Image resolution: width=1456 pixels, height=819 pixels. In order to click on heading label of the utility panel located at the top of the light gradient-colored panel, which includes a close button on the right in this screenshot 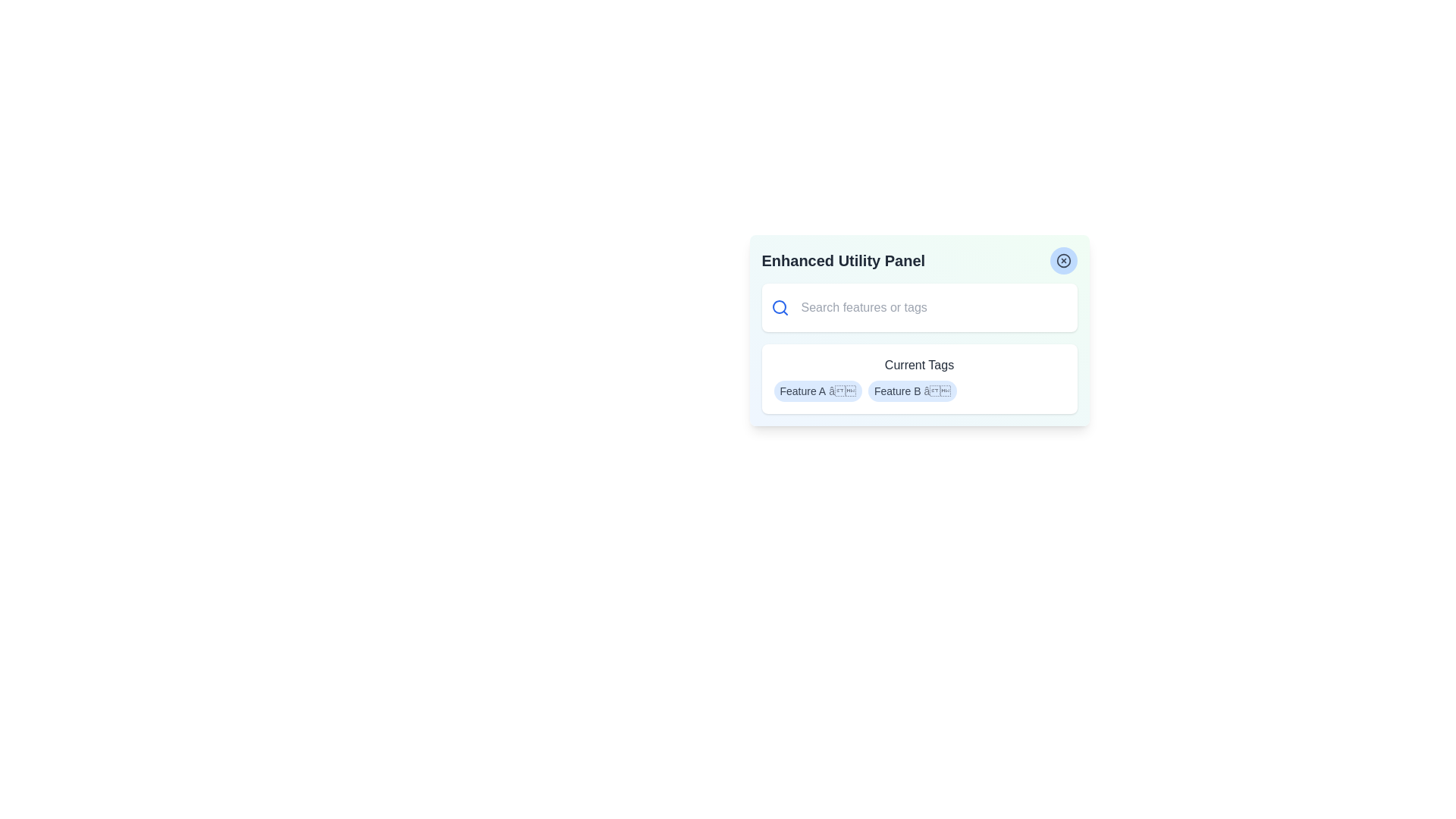, I will do `click(918, 259)`.